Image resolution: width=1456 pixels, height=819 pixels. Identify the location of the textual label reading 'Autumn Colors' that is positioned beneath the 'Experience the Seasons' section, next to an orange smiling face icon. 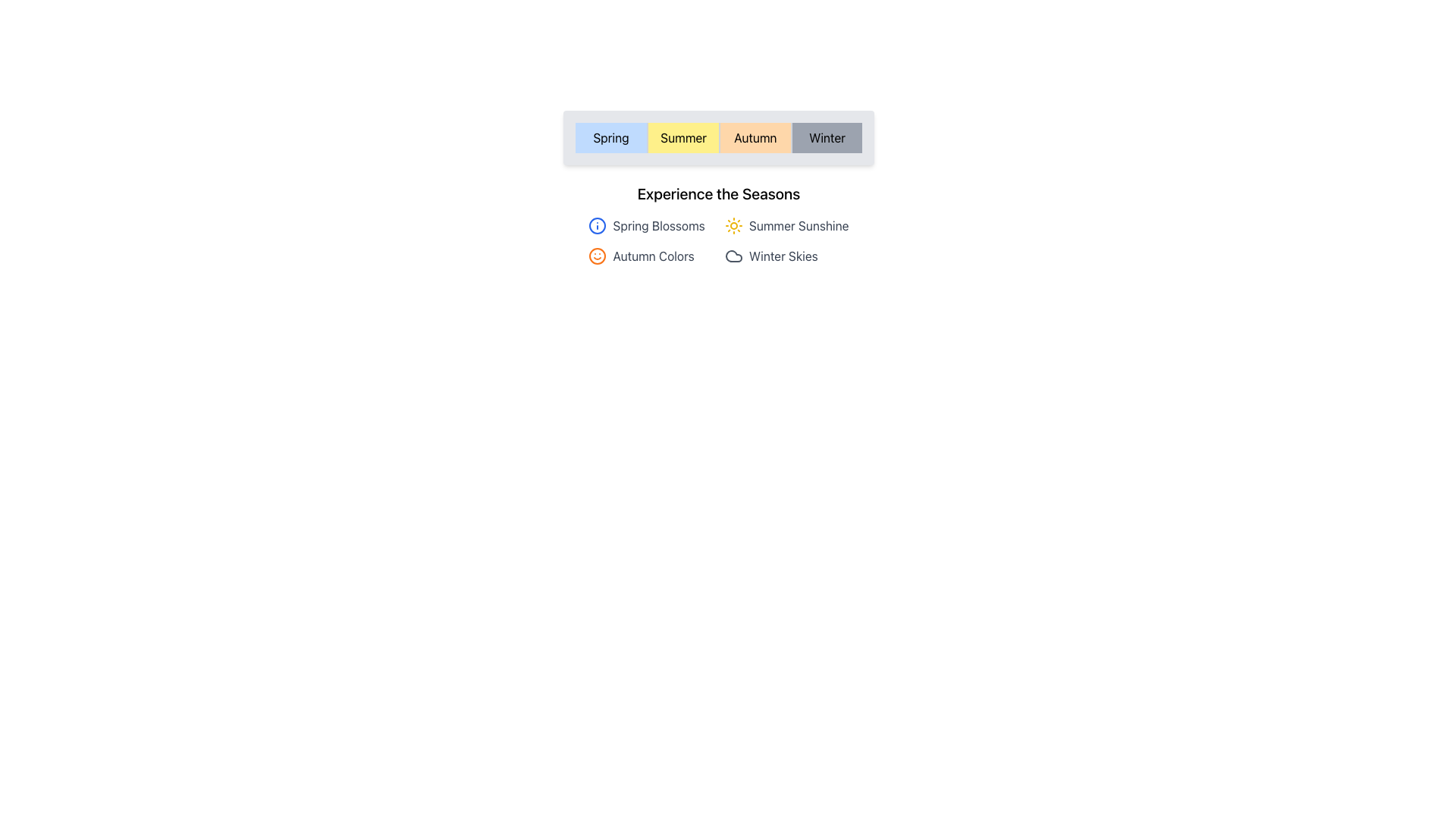
(654, 256).